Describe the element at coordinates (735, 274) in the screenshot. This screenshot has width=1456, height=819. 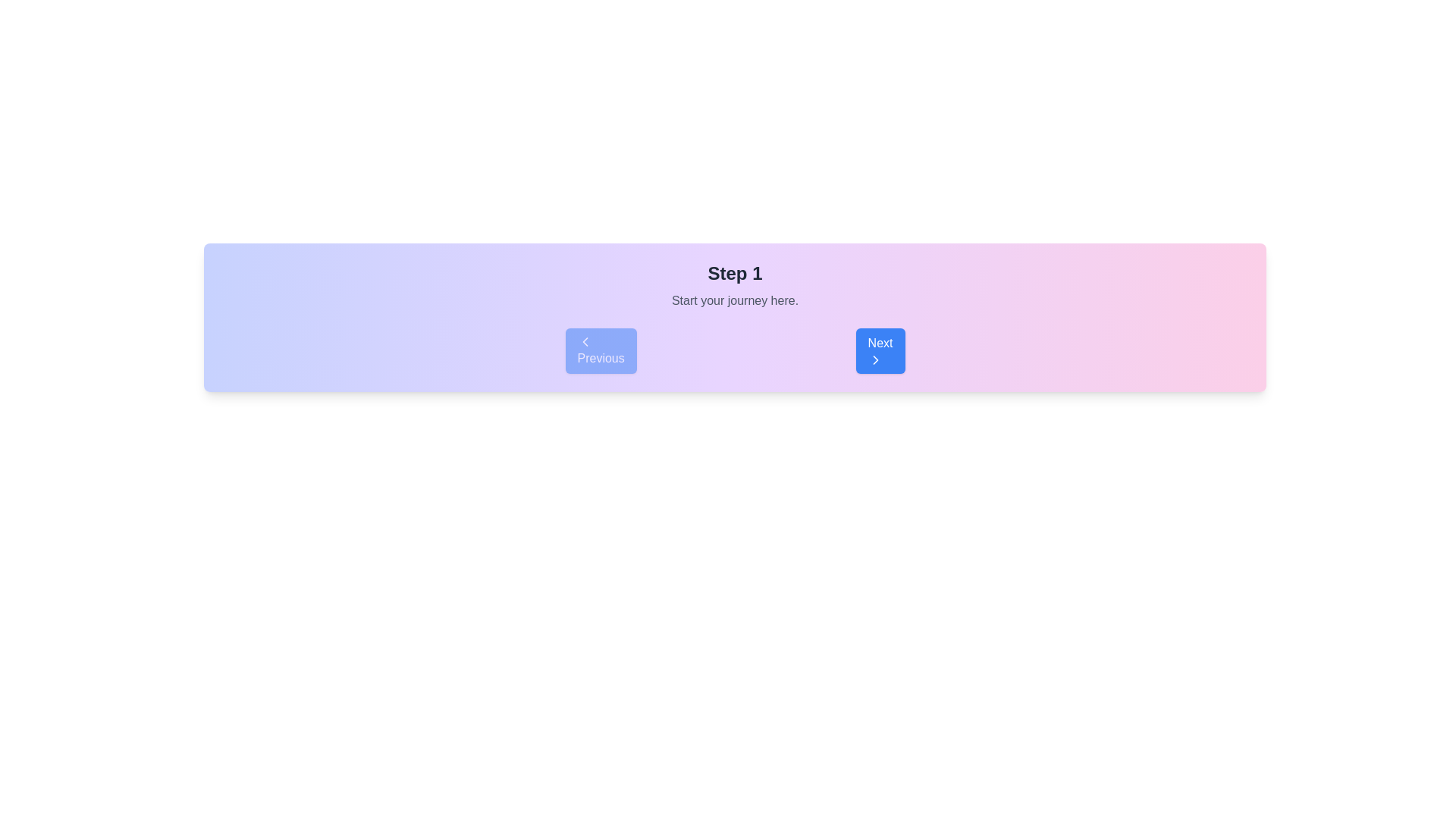
I see `the static text label 'Step 1' which is styled in bold, large dark gray font on a gradient purple and pink background, located at the top center of the section` at that location.